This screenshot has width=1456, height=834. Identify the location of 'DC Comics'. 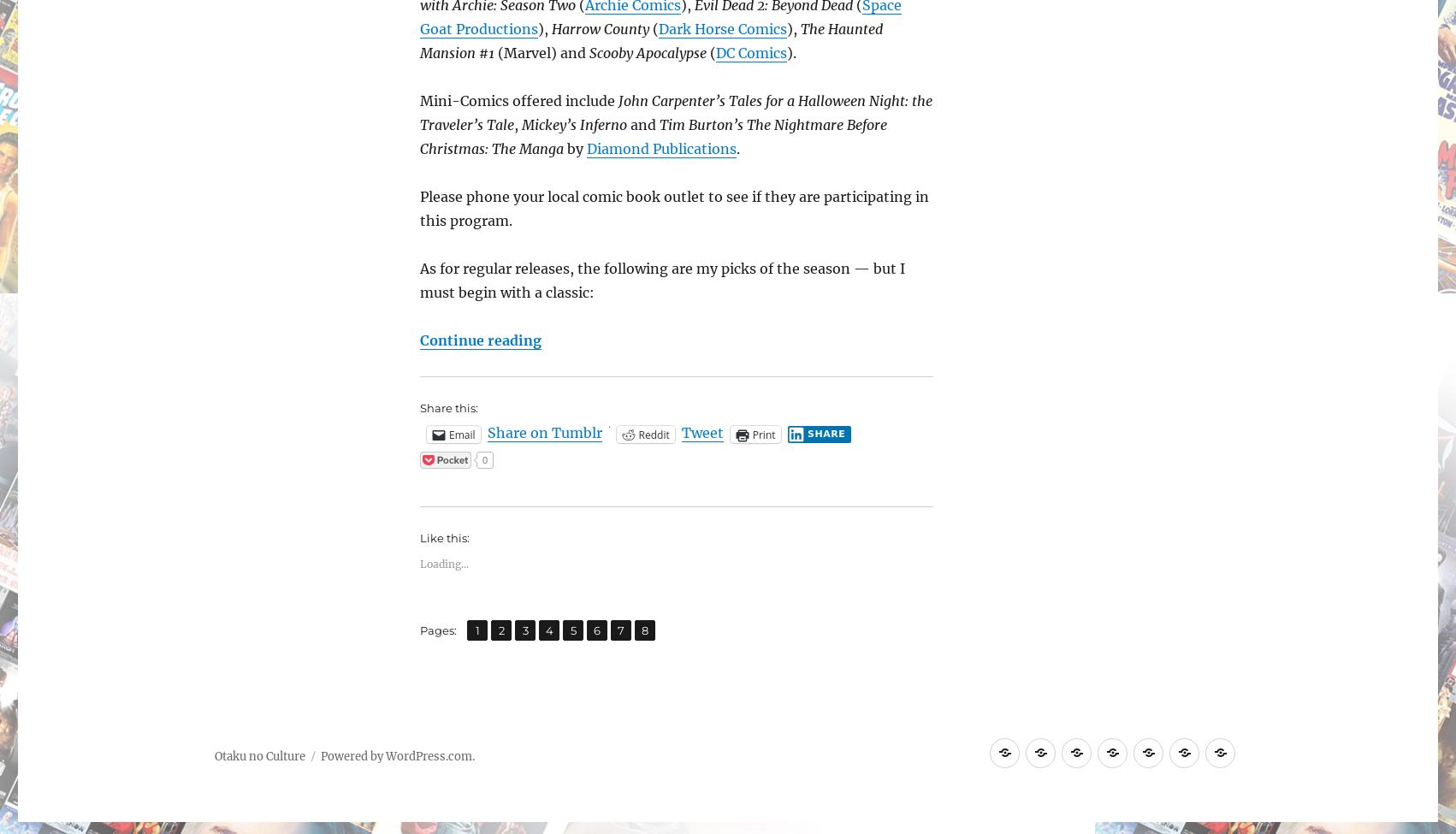
(751, 53).